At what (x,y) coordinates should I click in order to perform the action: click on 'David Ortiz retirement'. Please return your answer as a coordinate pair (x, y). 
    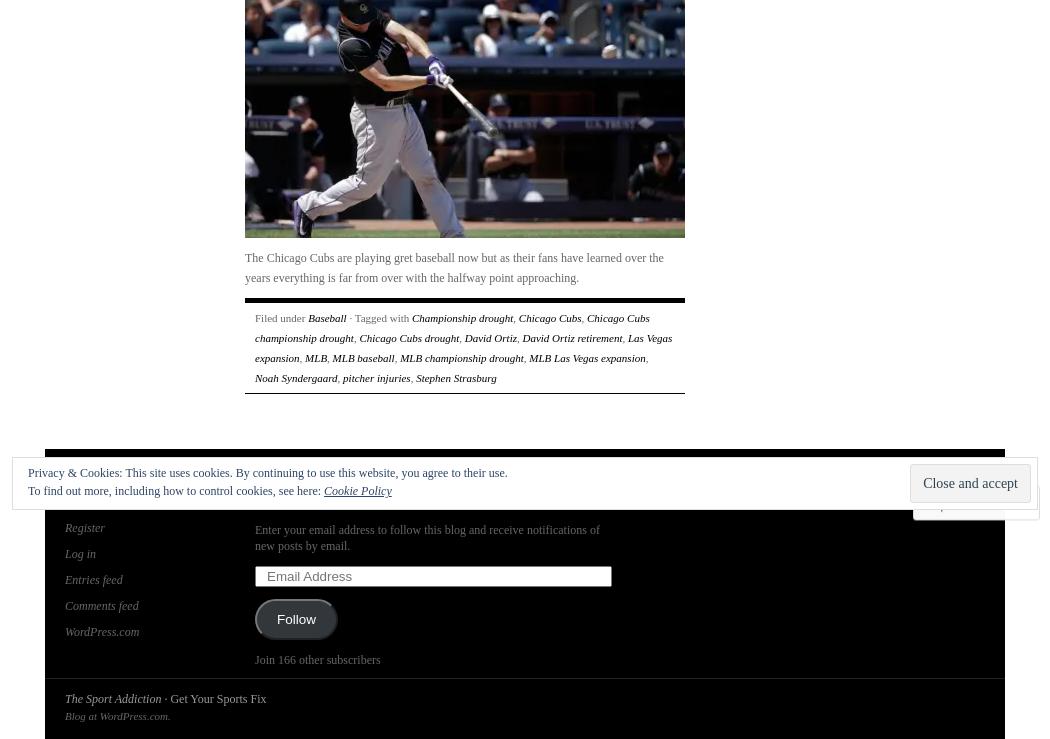
    Looking at the image, I should click on (571, 337).